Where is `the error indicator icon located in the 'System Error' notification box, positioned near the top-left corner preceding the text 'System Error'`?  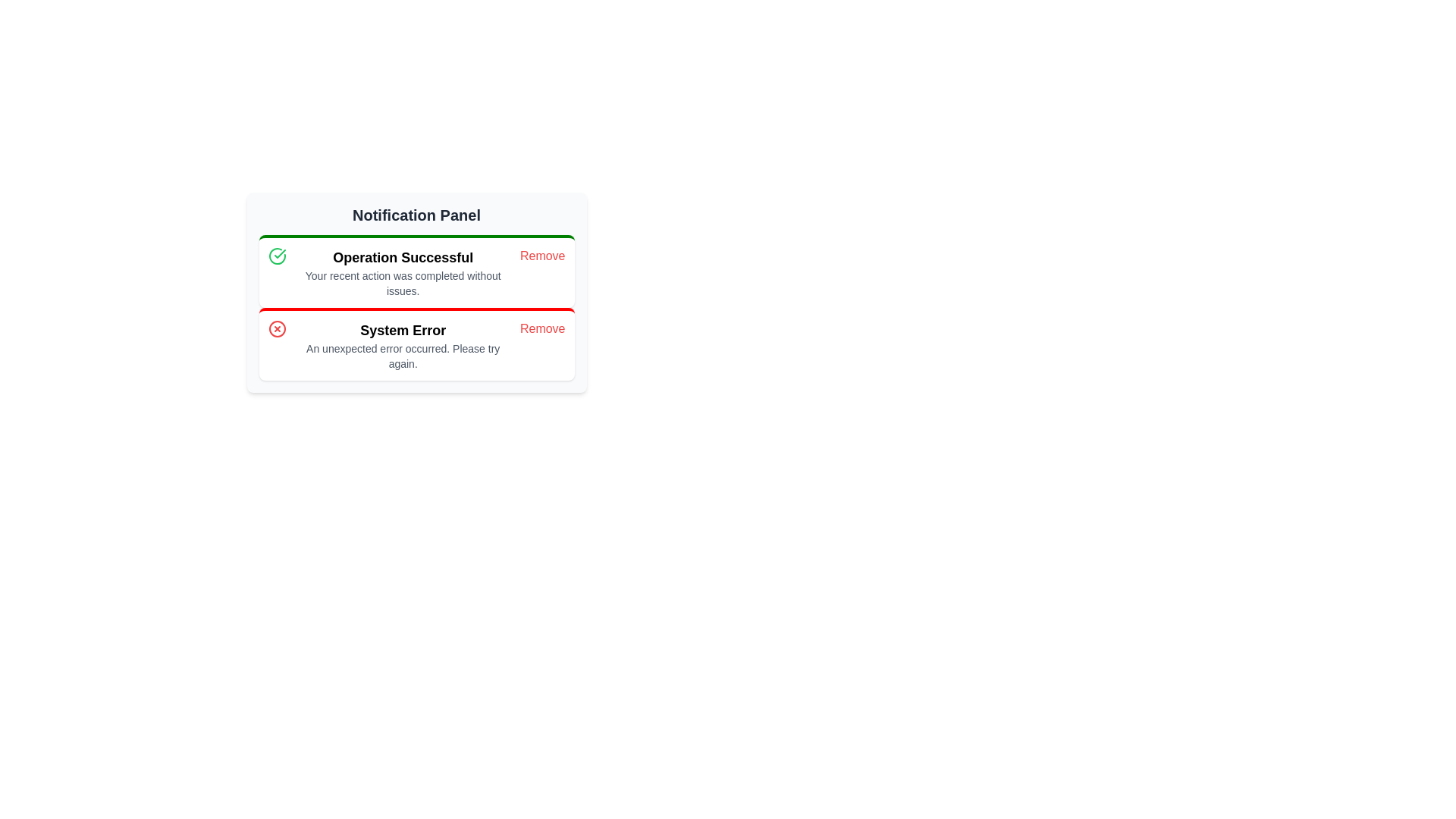 the error indicator icon located in the 'System Error' notification box, positioned near the top-left corner preceding the text 'System Error' is located at coordinates (277, 328).